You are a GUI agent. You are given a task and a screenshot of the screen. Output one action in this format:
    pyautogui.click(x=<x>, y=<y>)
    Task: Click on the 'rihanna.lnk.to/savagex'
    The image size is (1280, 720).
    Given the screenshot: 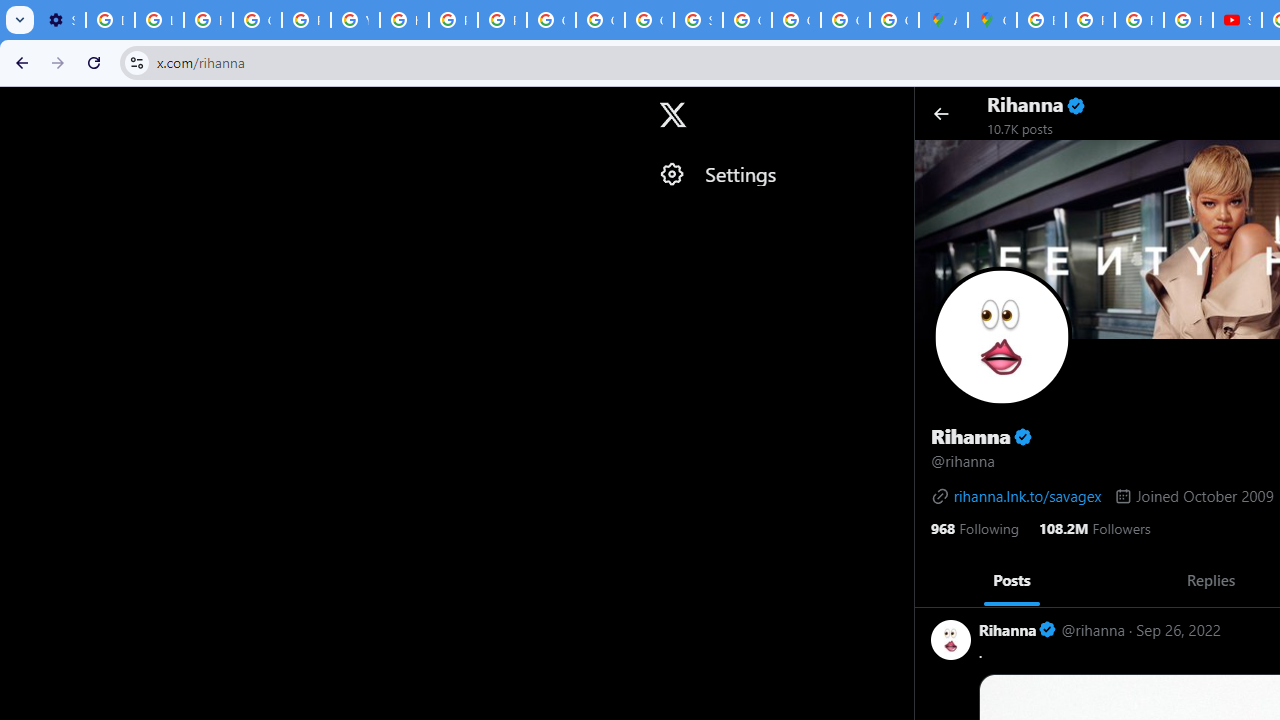 What is the action you would take?
    pyautogui.click(x=1016, y=495)
    